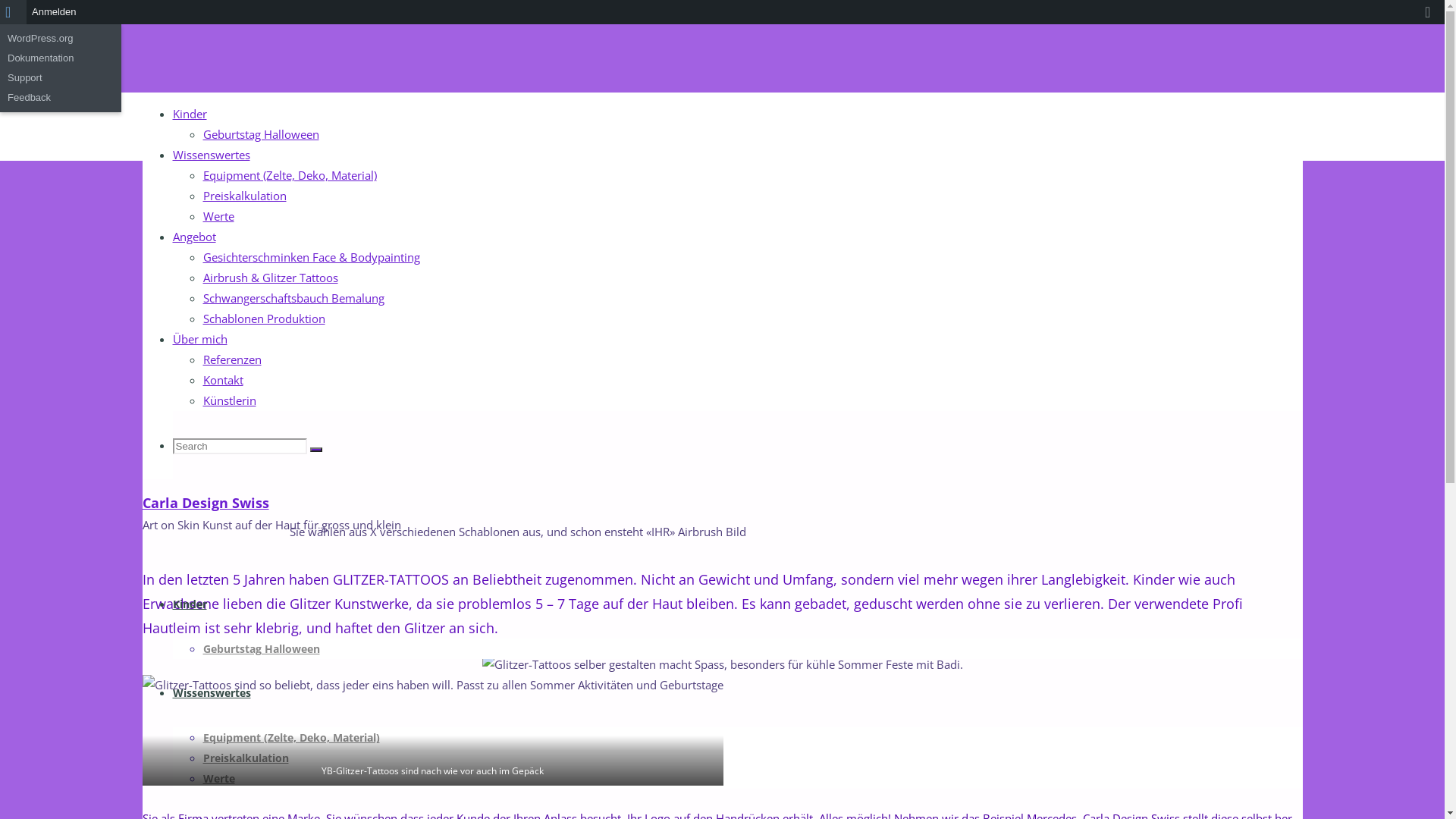 The width and height of the screenshot is (1456, 819). I want to click on 'Kontakt', so click(222, 379).